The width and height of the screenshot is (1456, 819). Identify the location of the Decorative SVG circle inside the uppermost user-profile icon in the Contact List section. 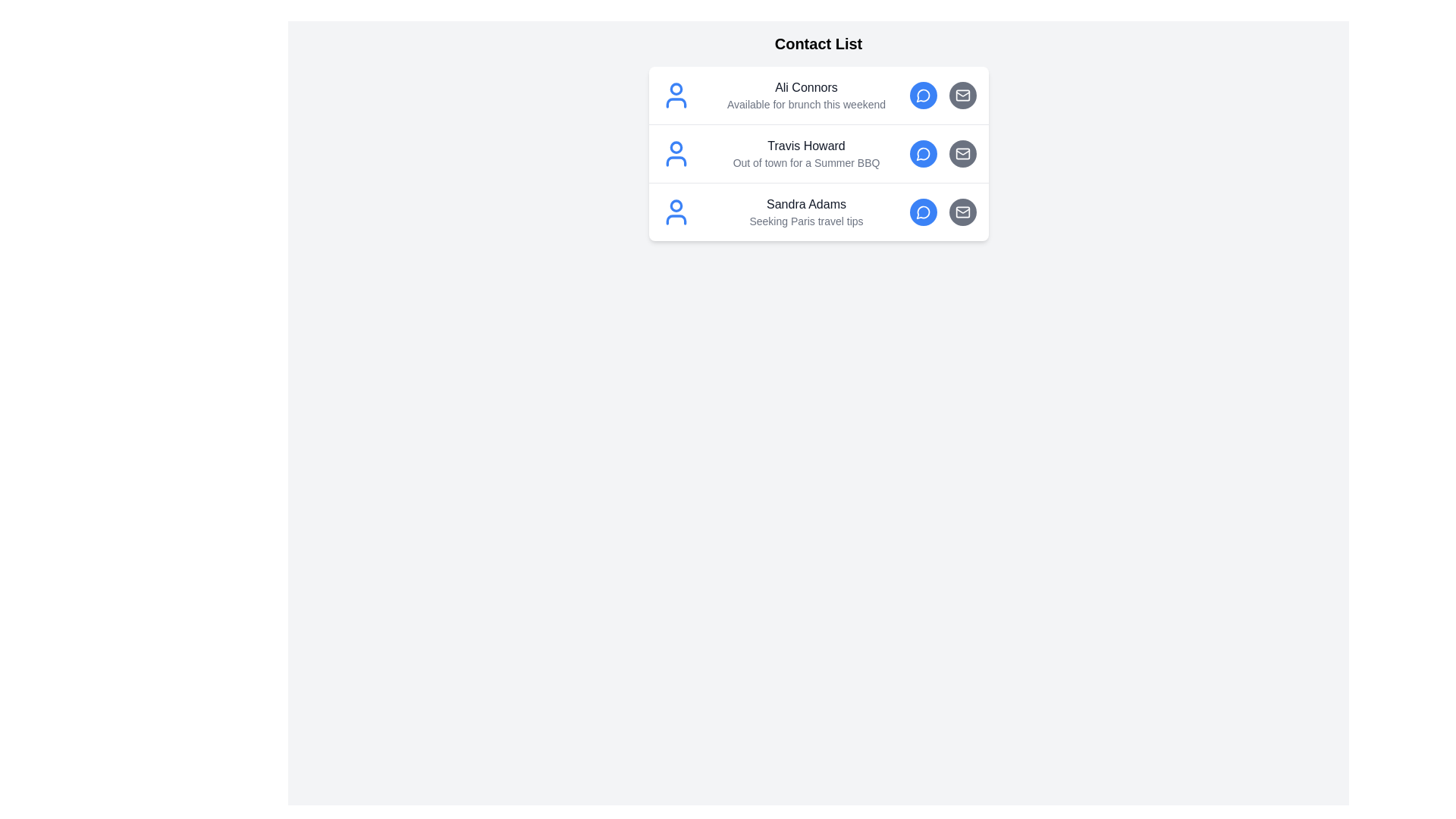
(675, 89).